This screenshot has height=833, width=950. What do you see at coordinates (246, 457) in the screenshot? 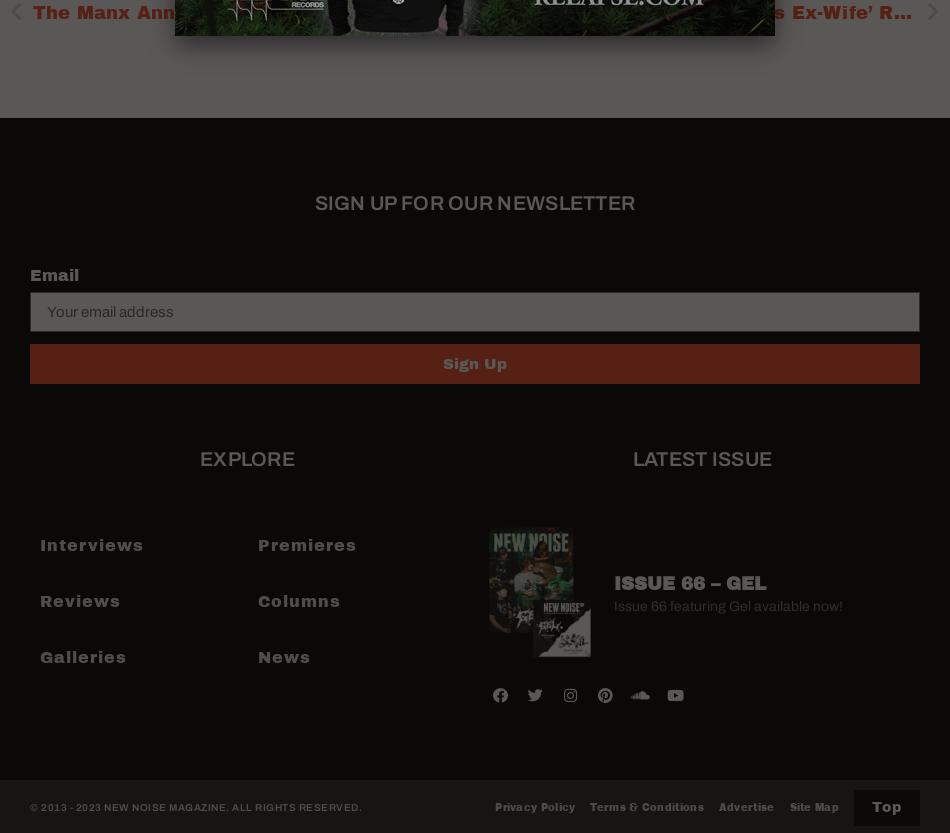
I see `'Explore'` at bounding box center [246, 457].